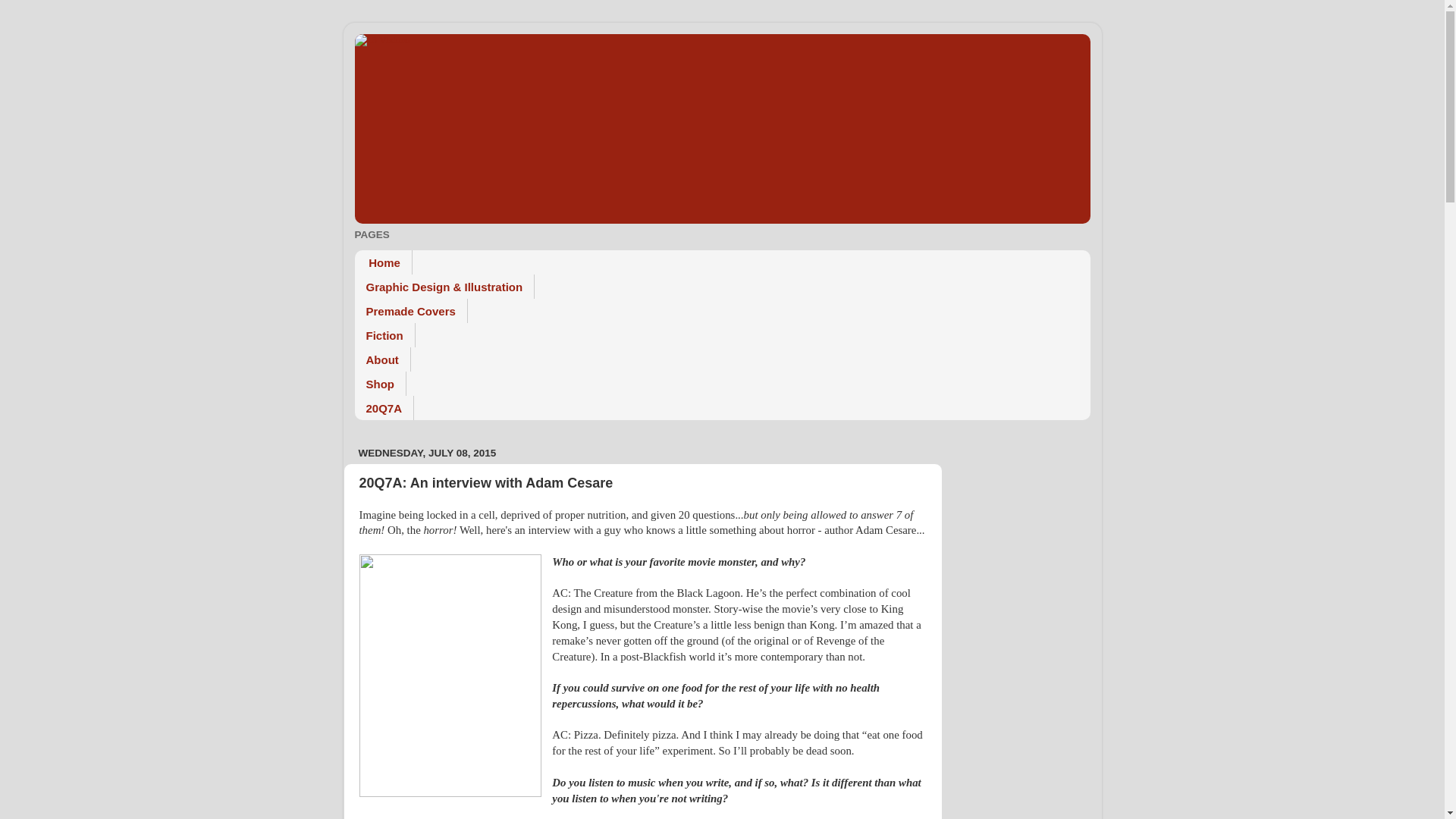 Image resolution: width=1456 pixels, height=819 pixels. What do you see at coordinates (385, 334) in the screenshot?
I see `'Fiction'` at bounding box center [385, 334].